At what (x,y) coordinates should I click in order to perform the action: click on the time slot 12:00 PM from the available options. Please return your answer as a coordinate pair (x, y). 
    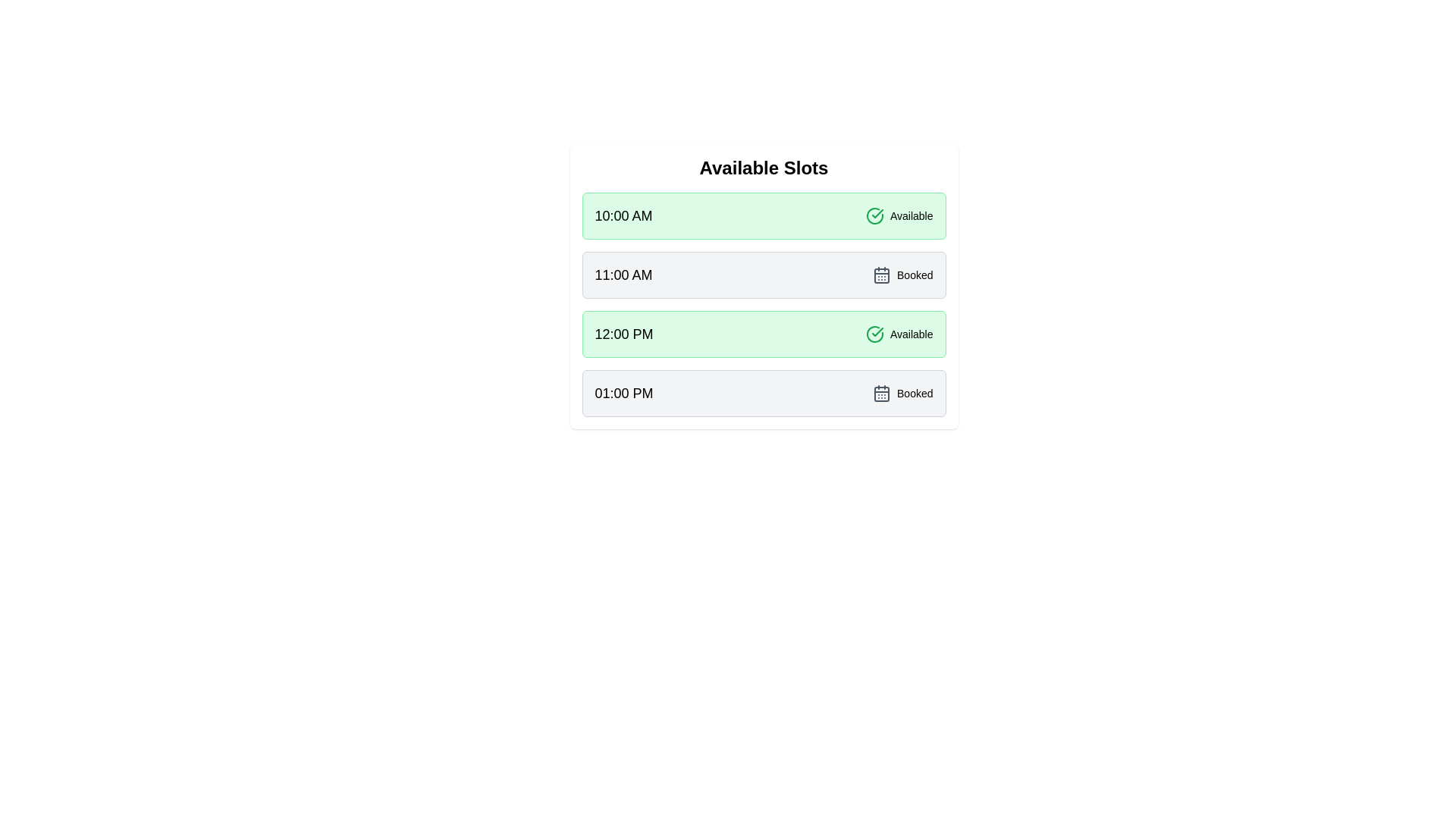
    Looking at the image, I should click on (764, 333).